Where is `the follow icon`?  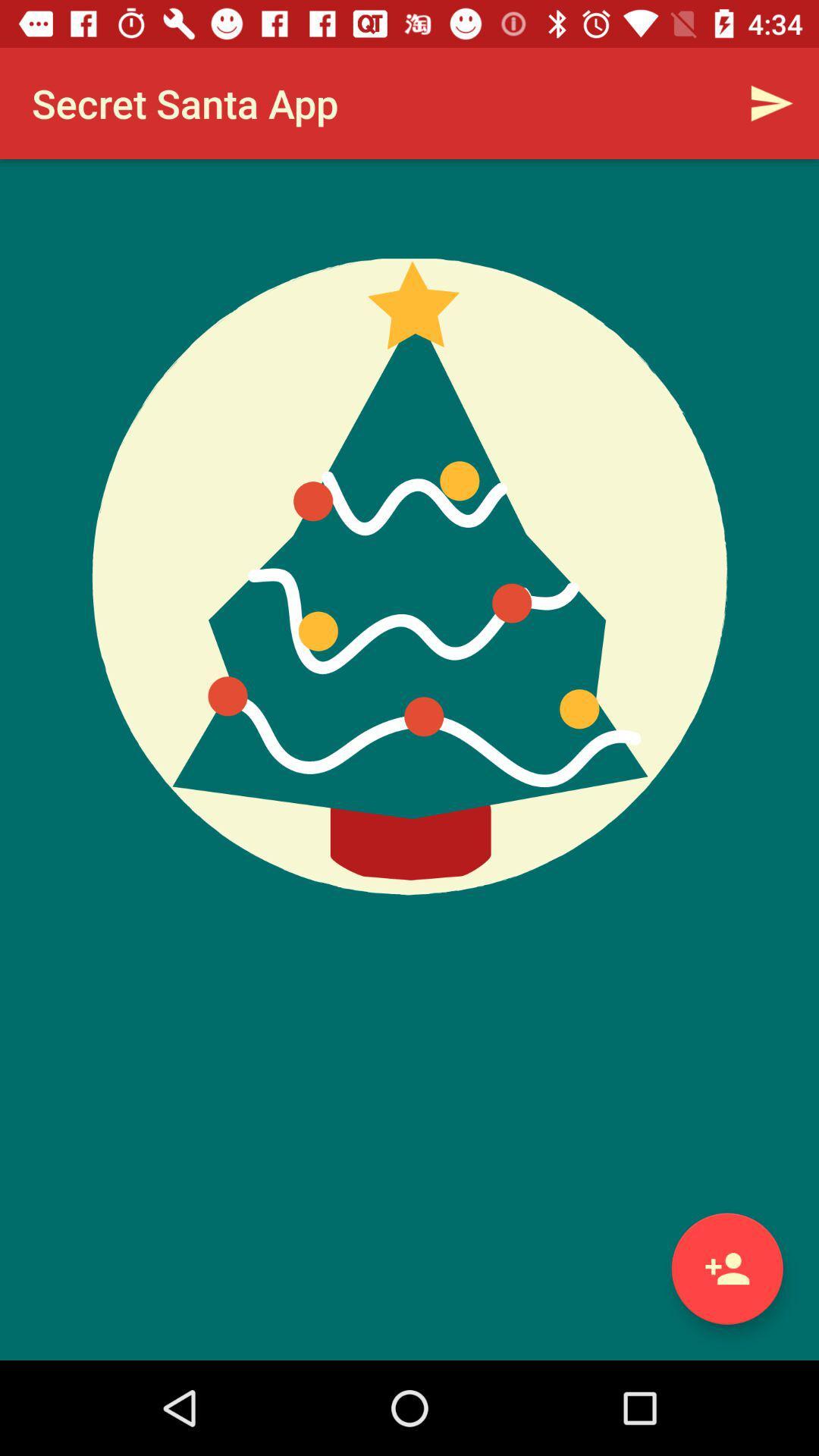 the follow icon is located at coordinates (726, 1269).